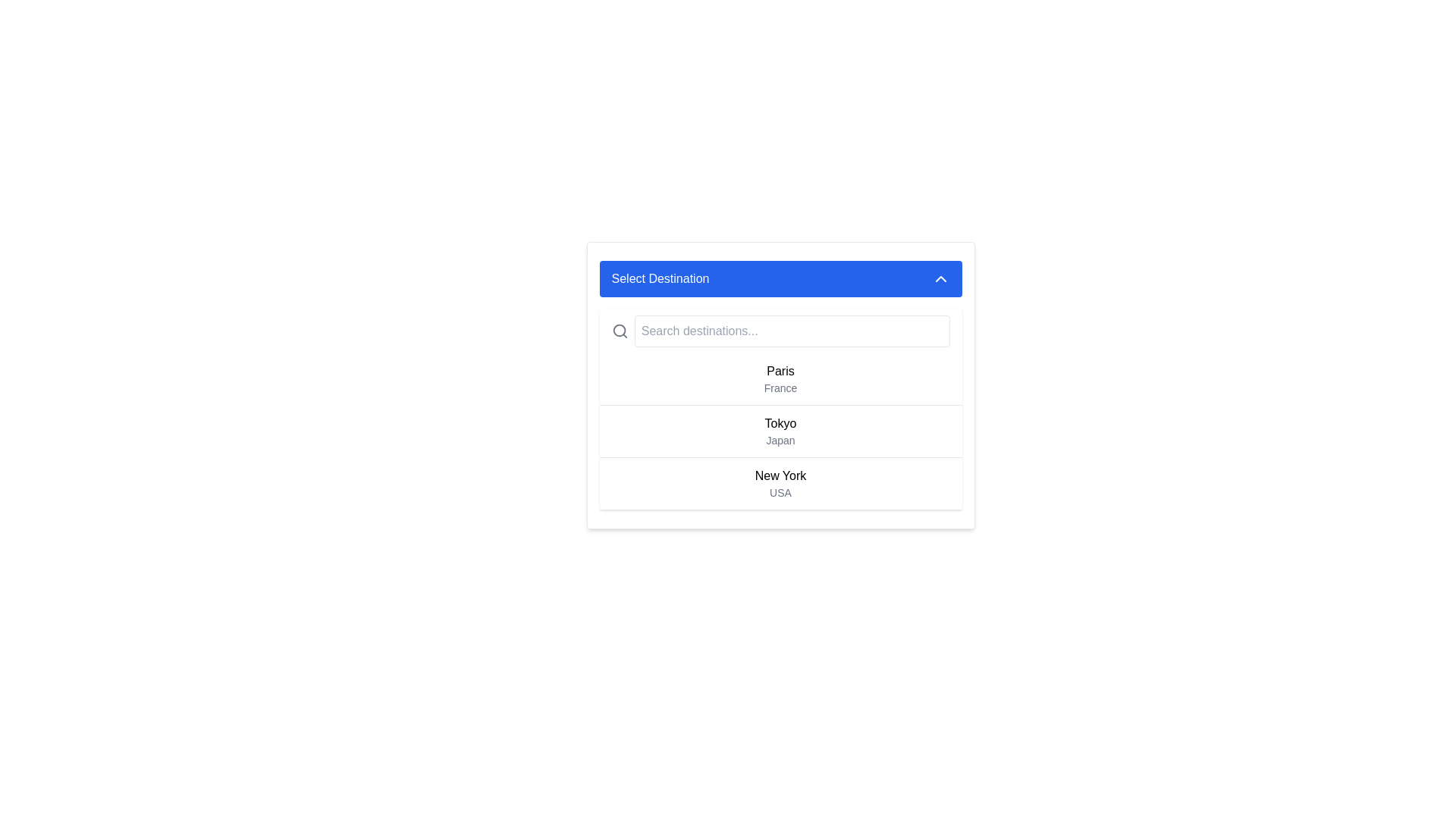 This screenshot has width=1456, height=819. Describe the element at coordinates (940, 278) in the screenshot. I see `the upward-pointing chevron icon located at the far right end of the blue 'Select Destination' button` at that location.